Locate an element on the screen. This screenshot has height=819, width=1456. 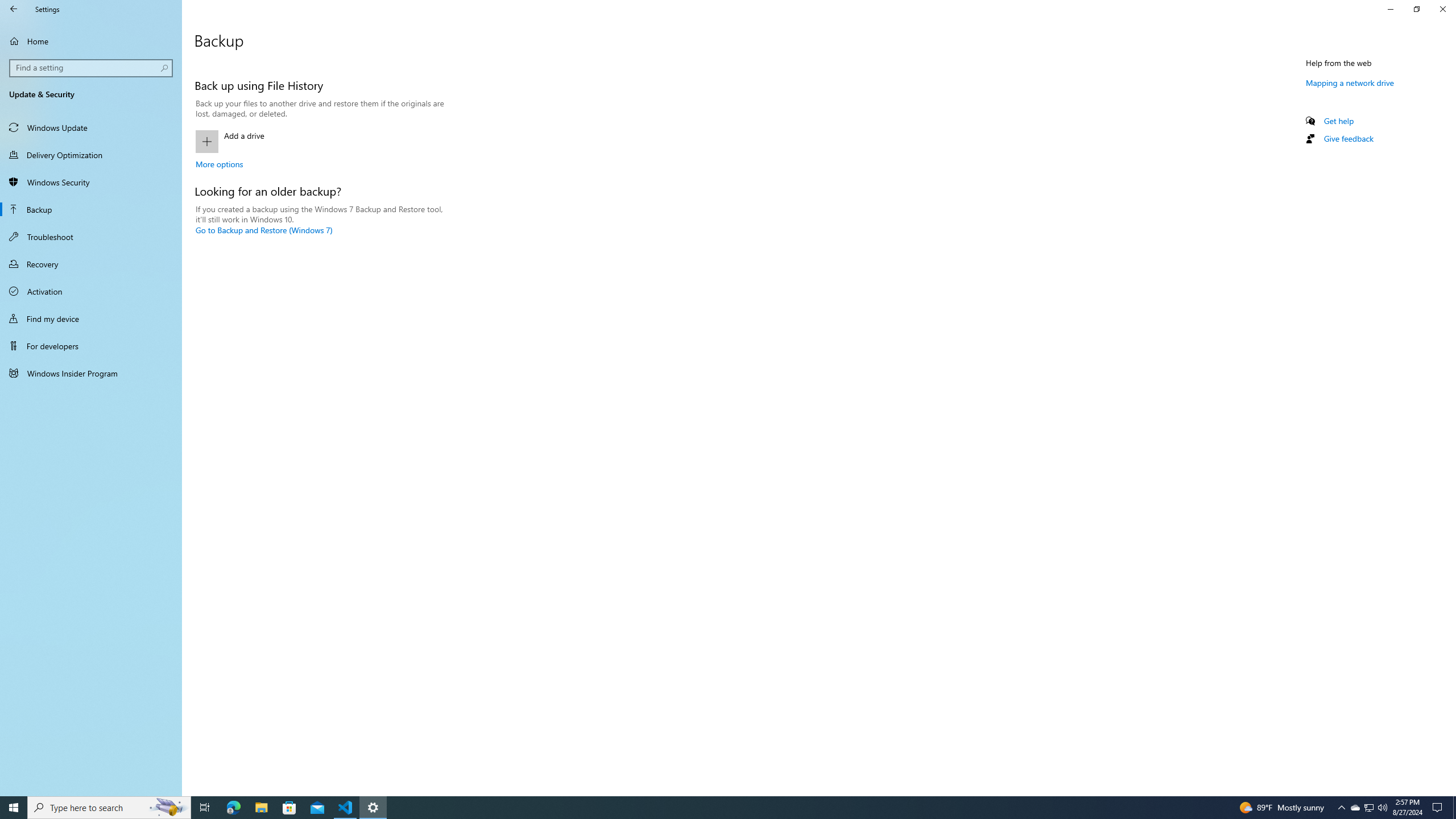
'Windows Security' is located at coordinates (90, 181).